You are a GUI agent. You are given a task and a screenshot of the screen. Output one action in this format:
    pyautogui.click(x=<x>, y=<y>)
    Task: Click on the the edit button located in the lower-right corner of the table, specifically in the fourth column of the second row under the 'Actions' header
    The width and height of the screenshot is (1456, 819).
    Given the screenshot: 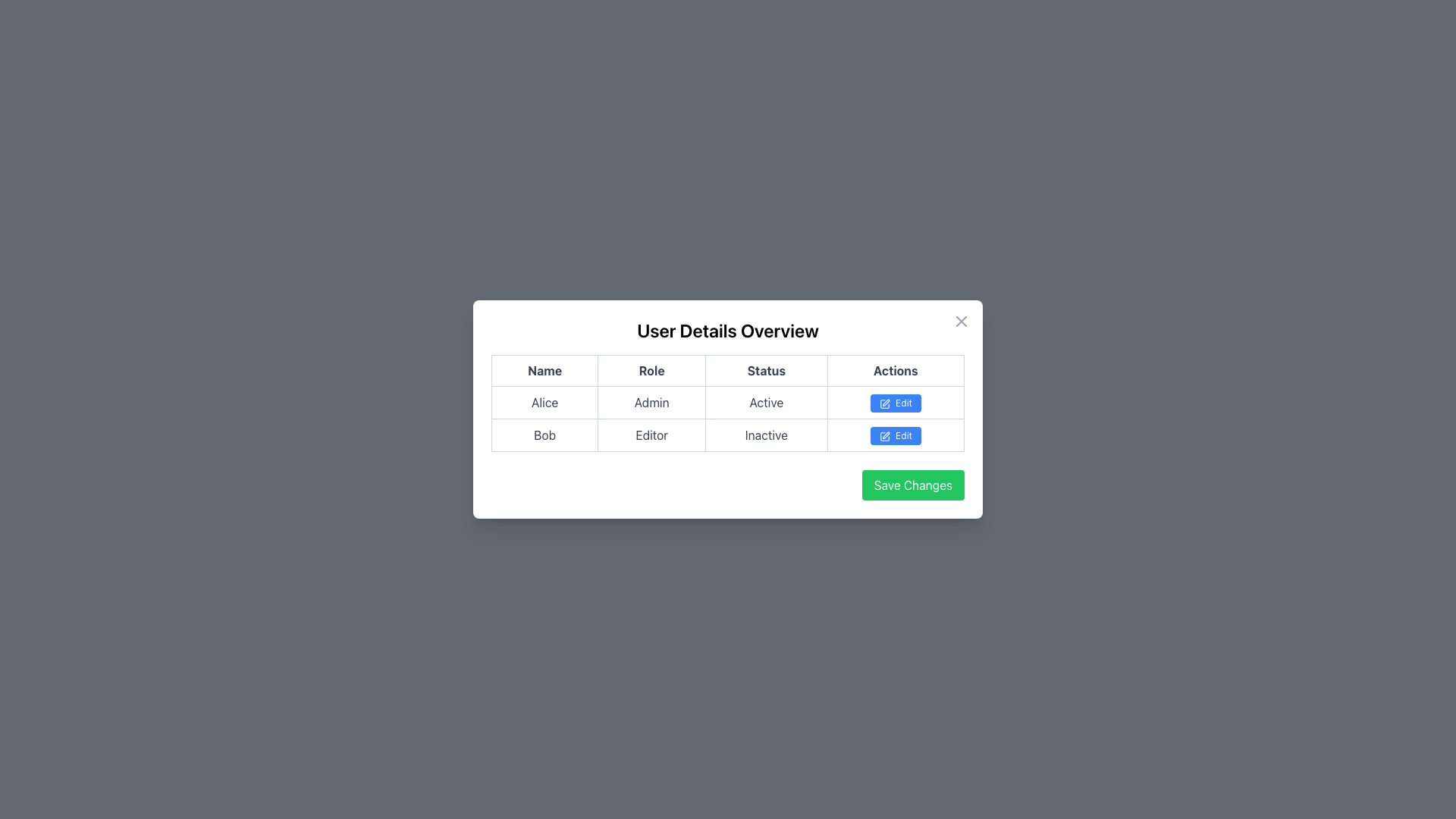 What is the action you would take?
    pyautogui.click(x=896, y=435)
    